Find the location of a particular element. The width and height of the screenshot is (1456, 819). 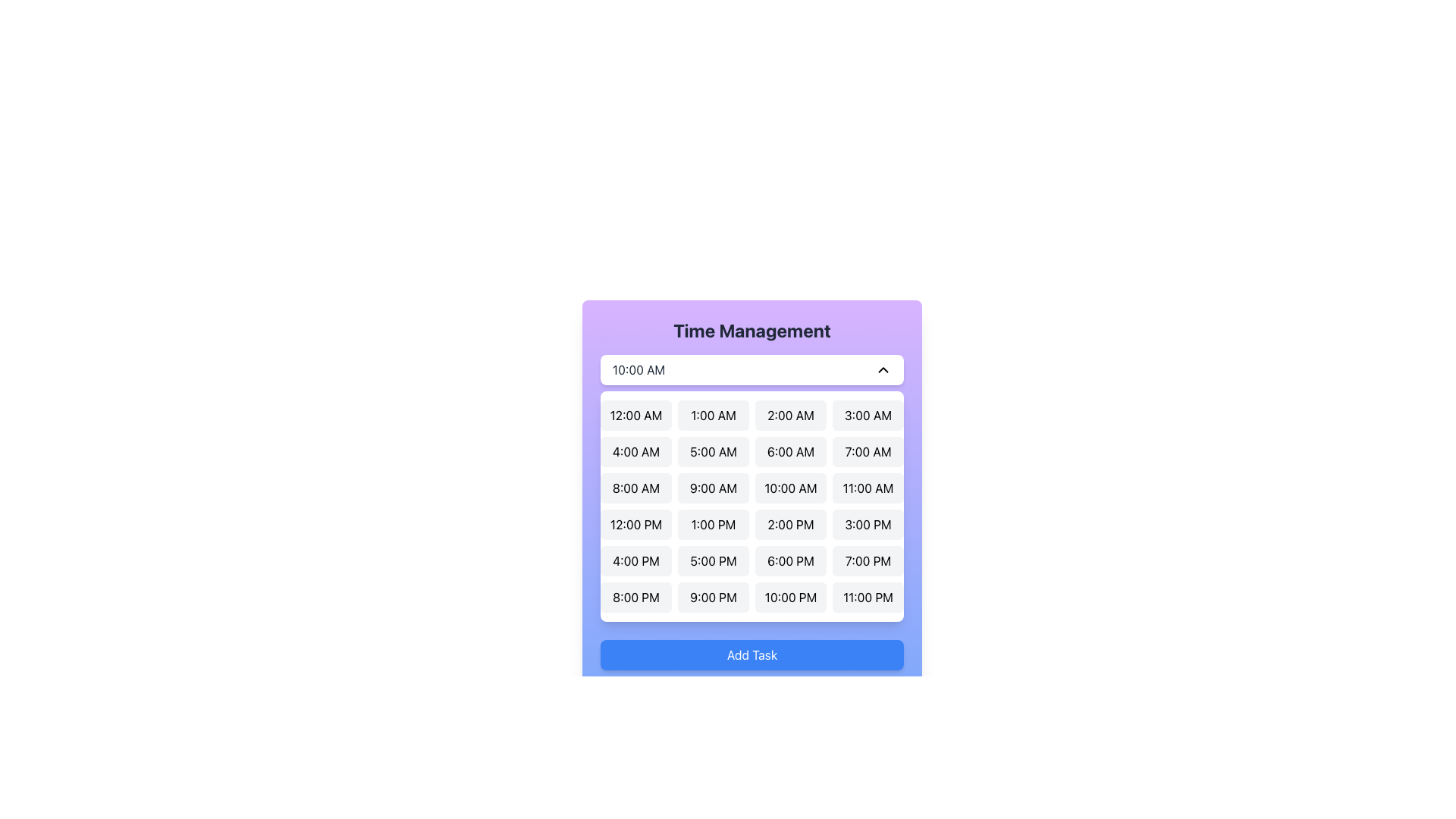

the button displaying '8:00 PM' is located at coordinates (636, 596).